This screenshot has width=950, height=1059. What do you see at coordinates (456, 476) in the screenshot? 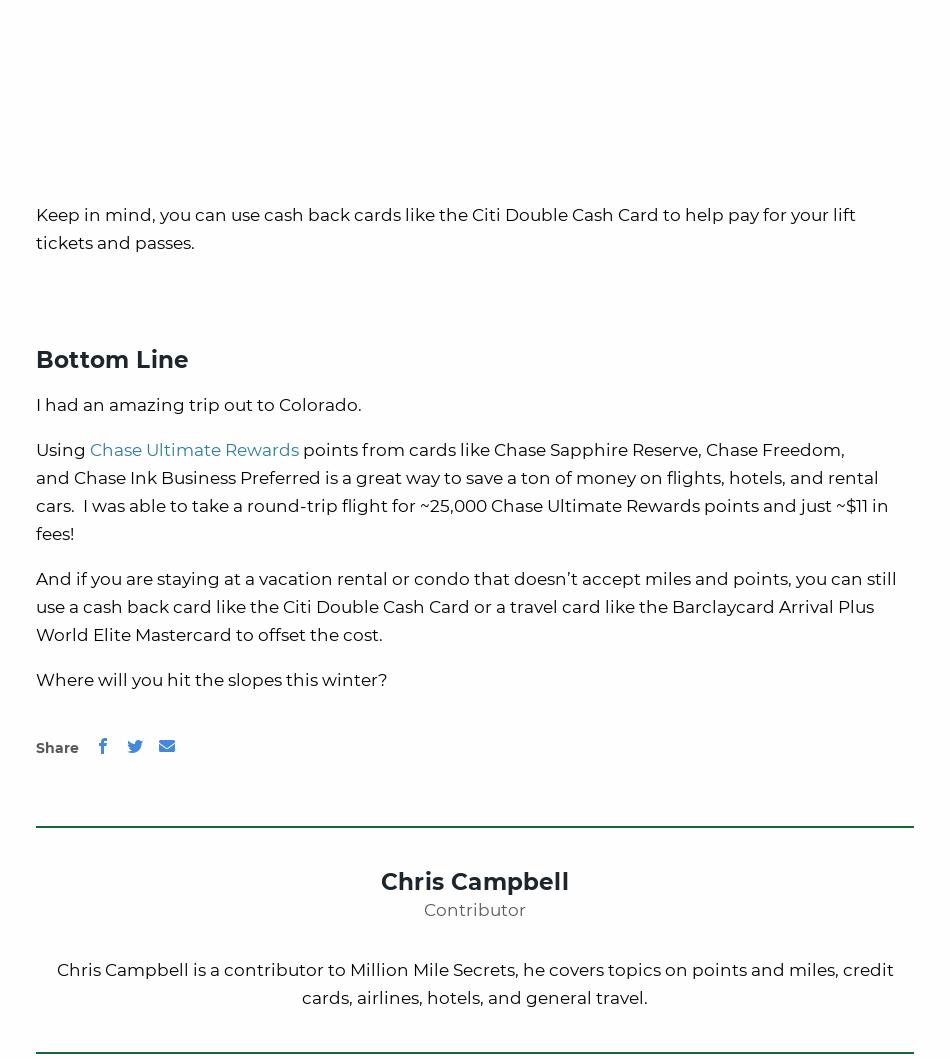
I see `'points from cards like Chase Sapphire Reserve, Chase Freedom, and Chase Ink Business Preferred is a great way to save a ton of money on flights, hotels, and rental cars.  I was able to take a round-trip'` at bounding box center [456, 476].